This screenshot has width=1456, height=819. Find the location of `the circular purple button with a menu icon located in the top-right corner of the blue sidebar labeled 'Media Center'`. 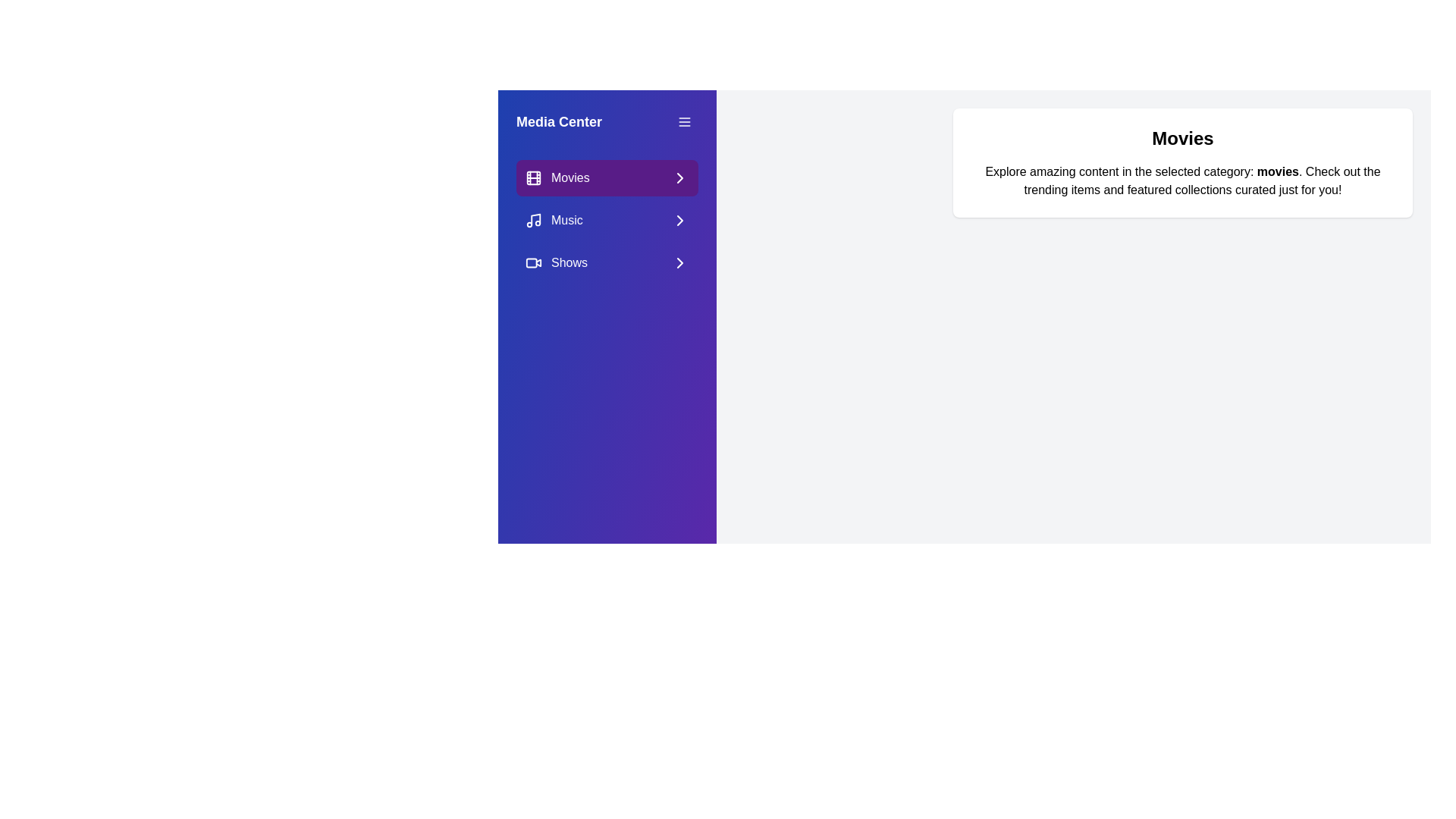

the circular purple button with a menu icon located in the top-right corner of the blue sidebar labeled 'Media Center' is located at coordinates (683, 121).